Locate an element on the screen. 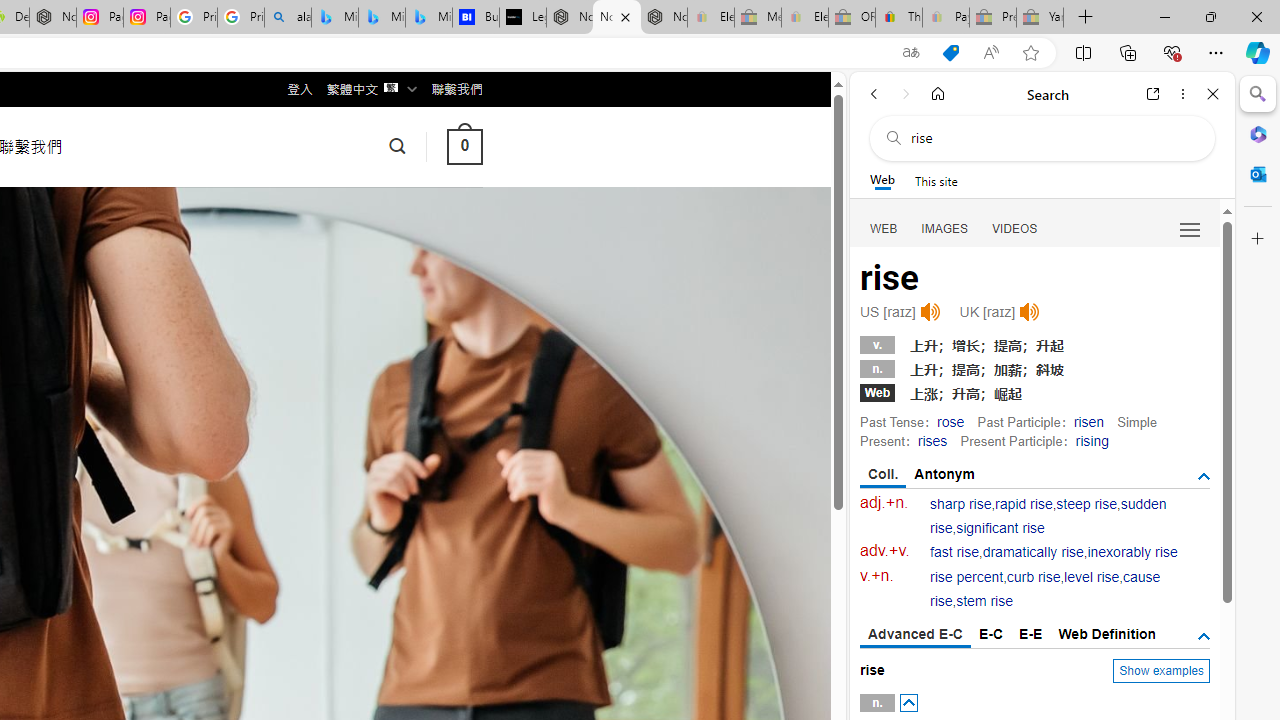 Image resolution: width=1280 pixels, height=720 pixels. 'stem rise' is located at coordinates (984, 600).